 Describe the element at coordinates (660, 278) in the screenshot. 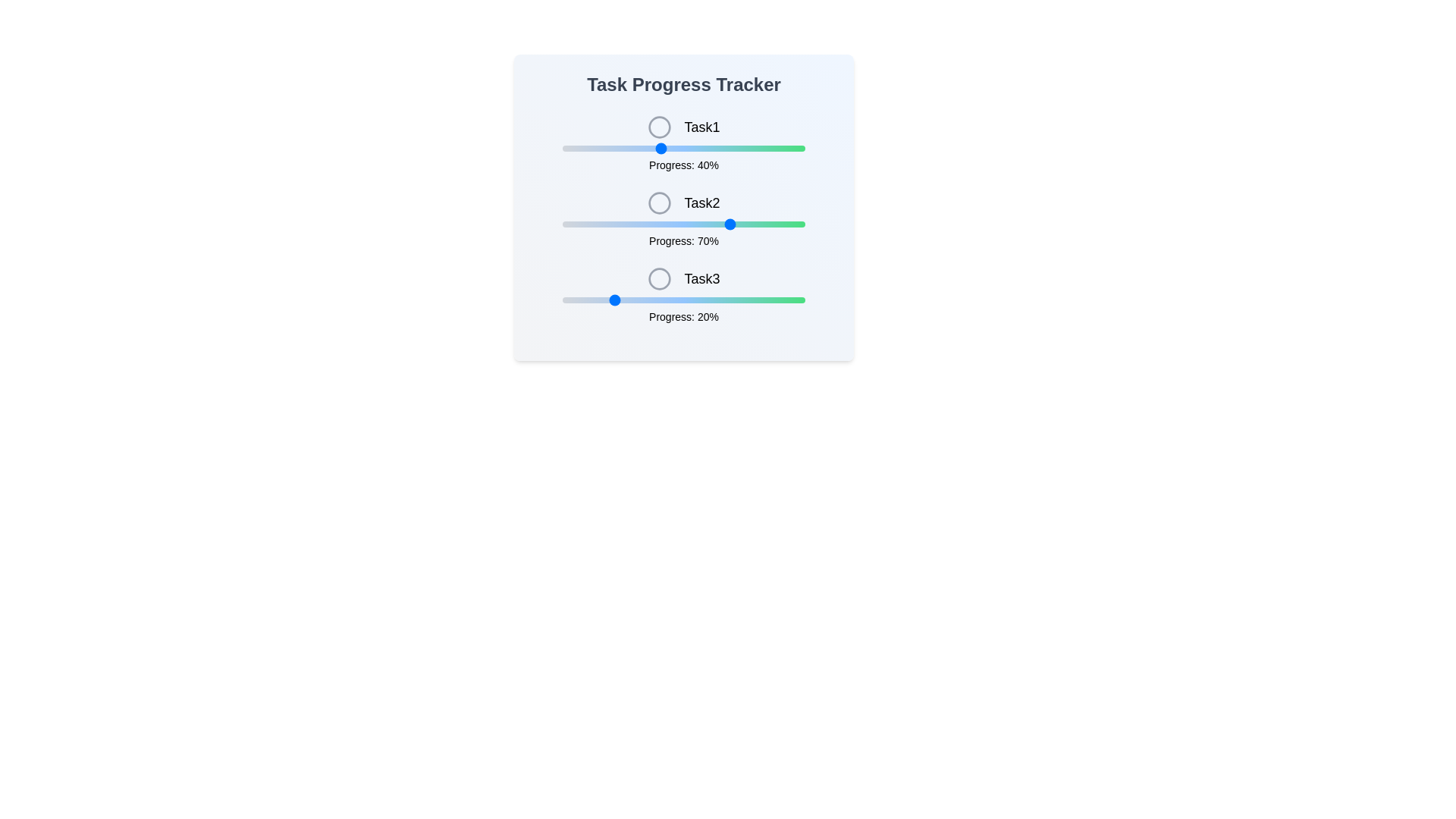

I see `the icon for Task3` at that location.